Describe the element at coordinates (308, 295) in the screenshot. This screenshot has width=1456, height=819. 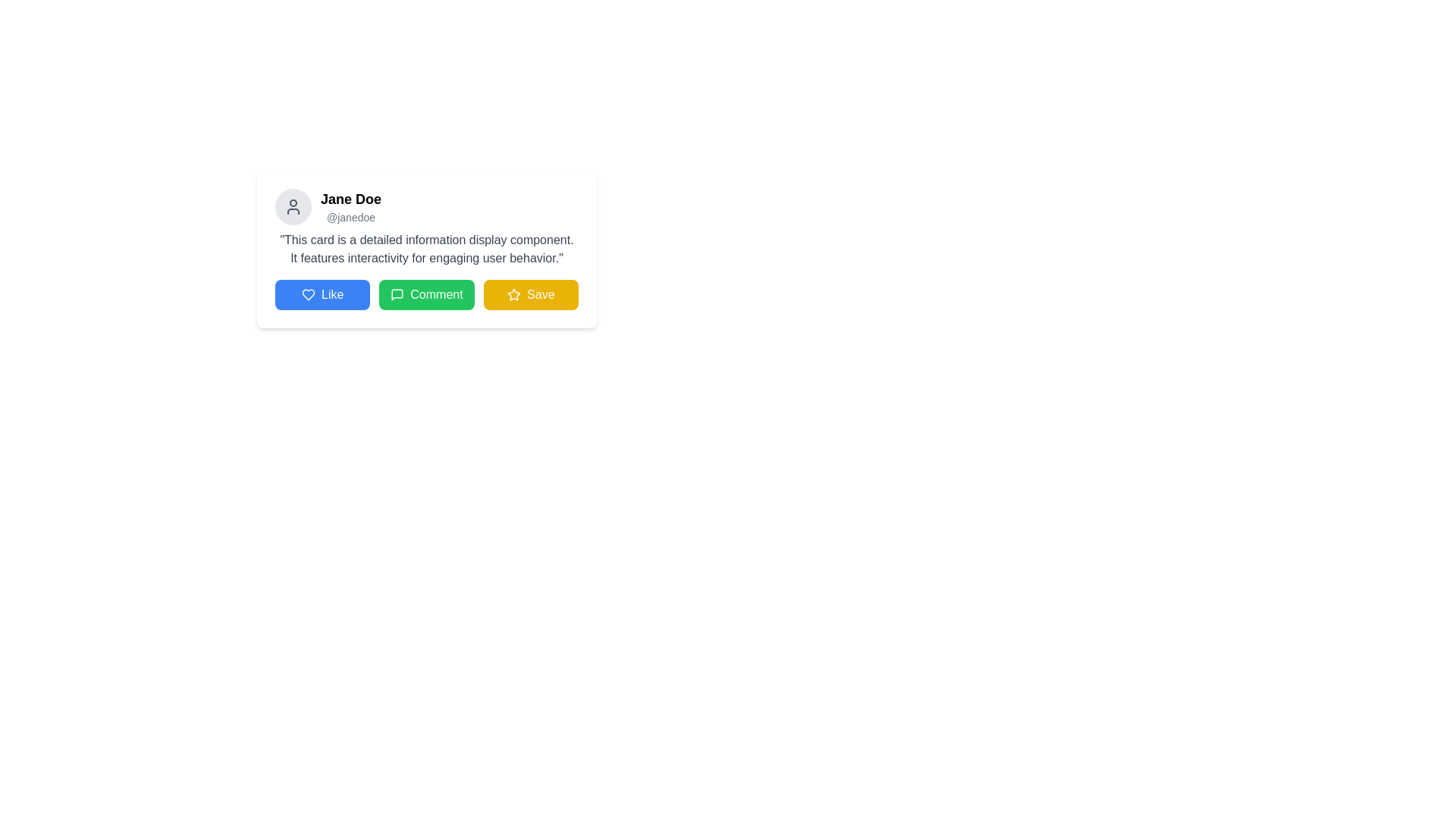
I see `the heart icon on the blue 'Like' button located at the bottom of the card component to express approval or positive feedback` at that location.